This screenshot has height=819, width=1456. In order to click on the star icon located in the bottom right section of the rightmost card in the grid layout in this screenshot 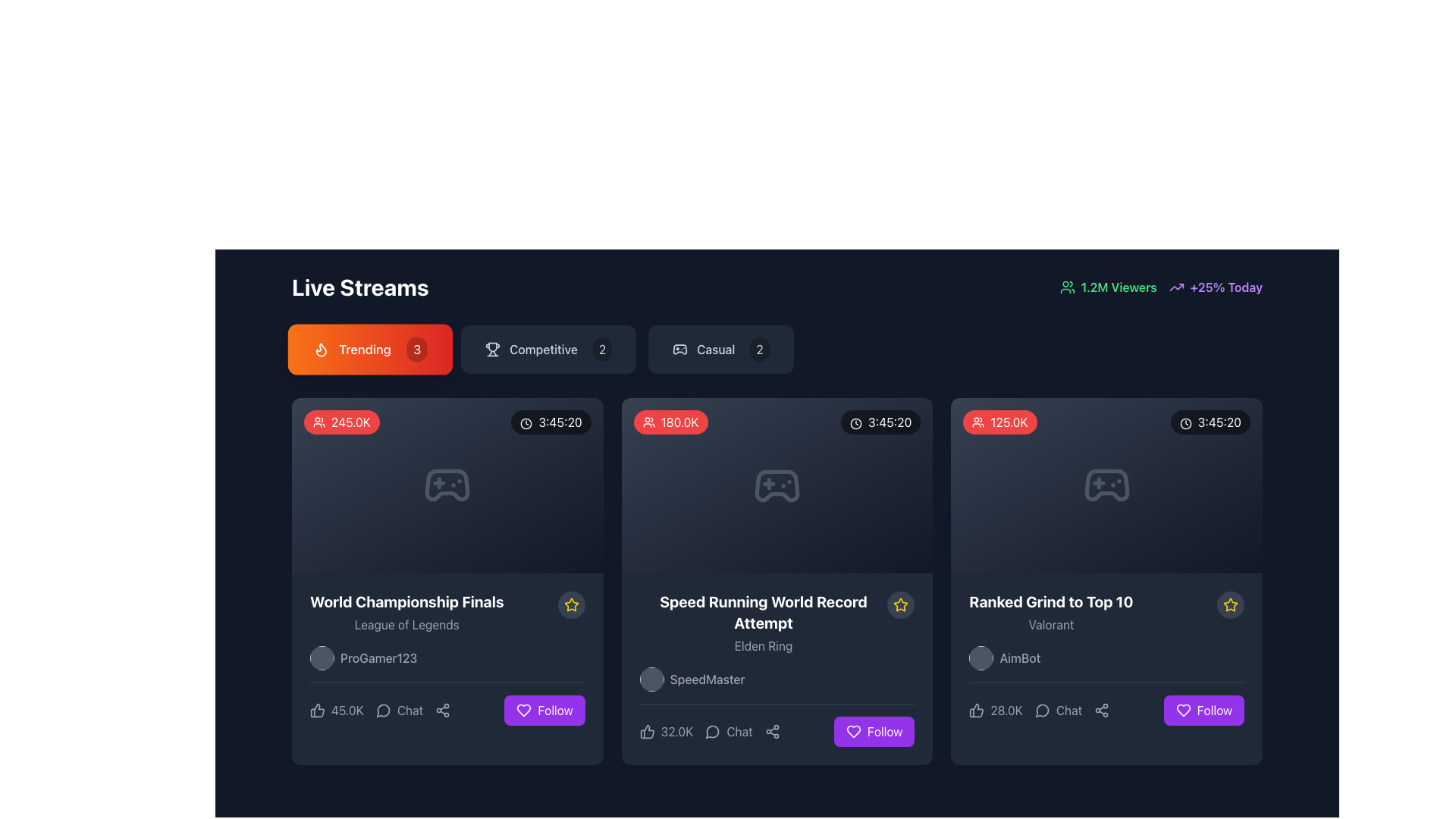, I will do `click(1230, 604)`.